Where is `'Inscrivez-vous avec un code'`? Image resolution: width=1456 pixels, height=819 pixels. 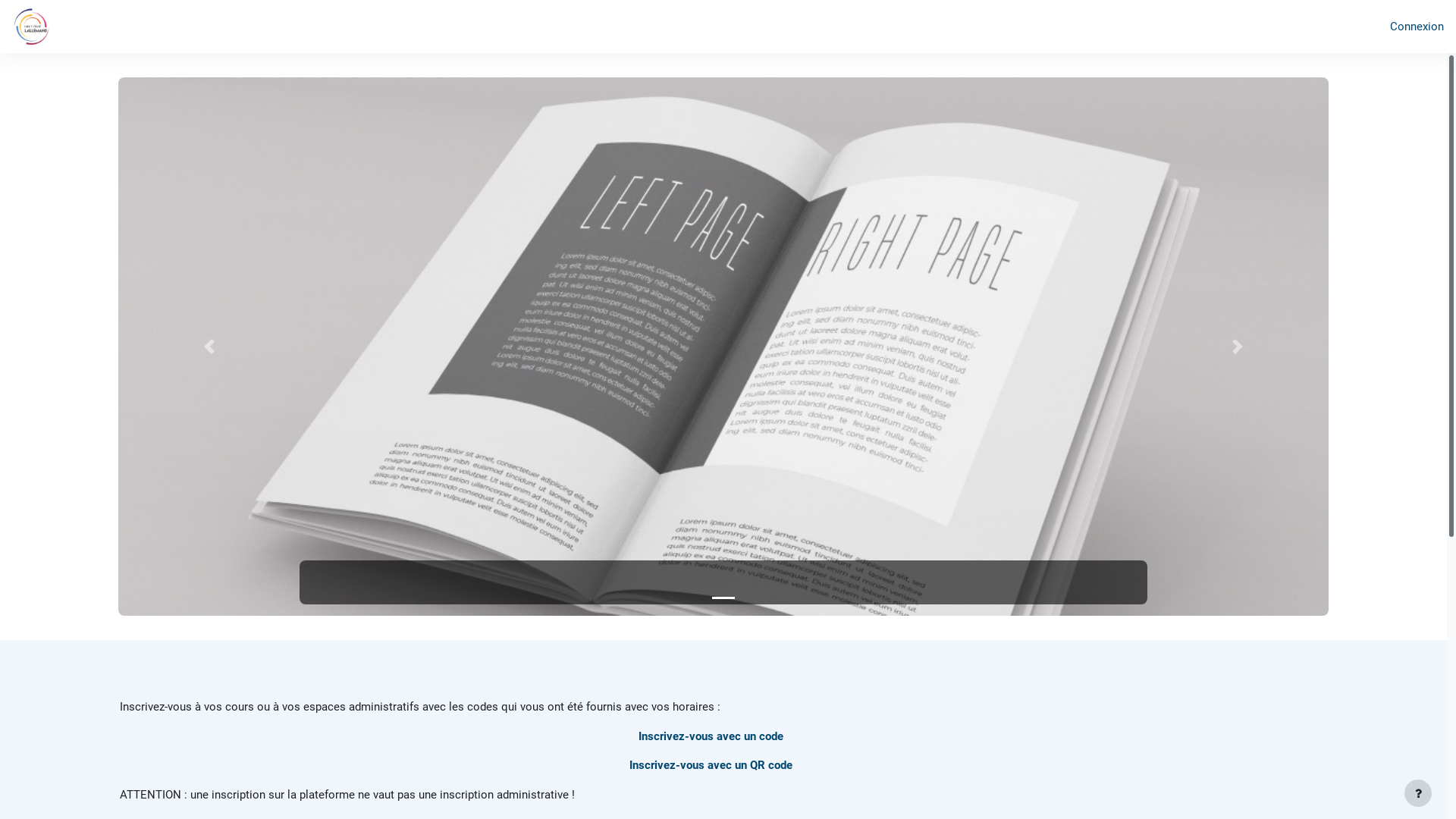
'Inscrivez-vous avec un code' is located at coordinates (710, 736).